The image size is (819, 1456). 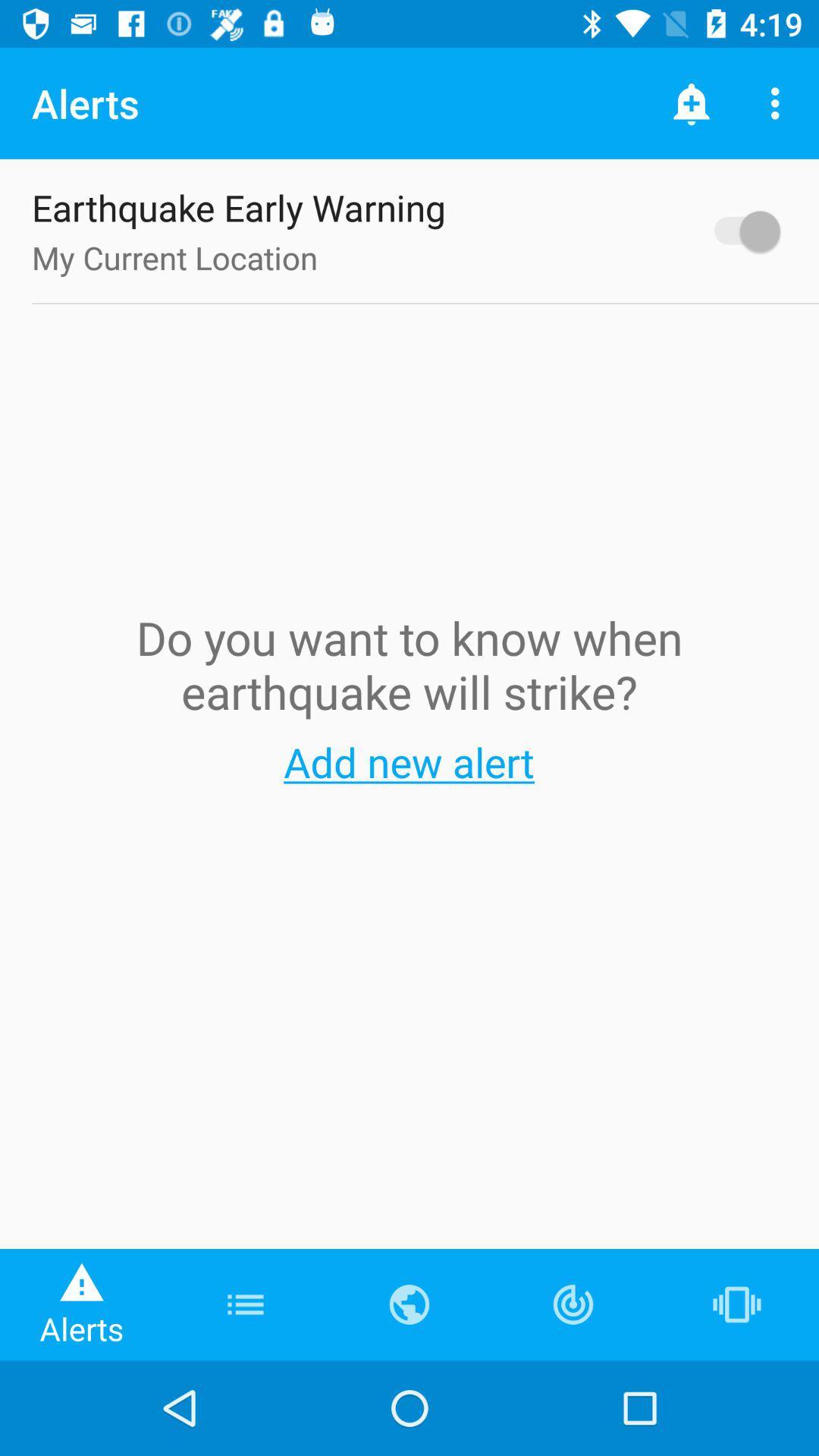 I want to click on the icon above the do you want, so click(x=739, y=230).